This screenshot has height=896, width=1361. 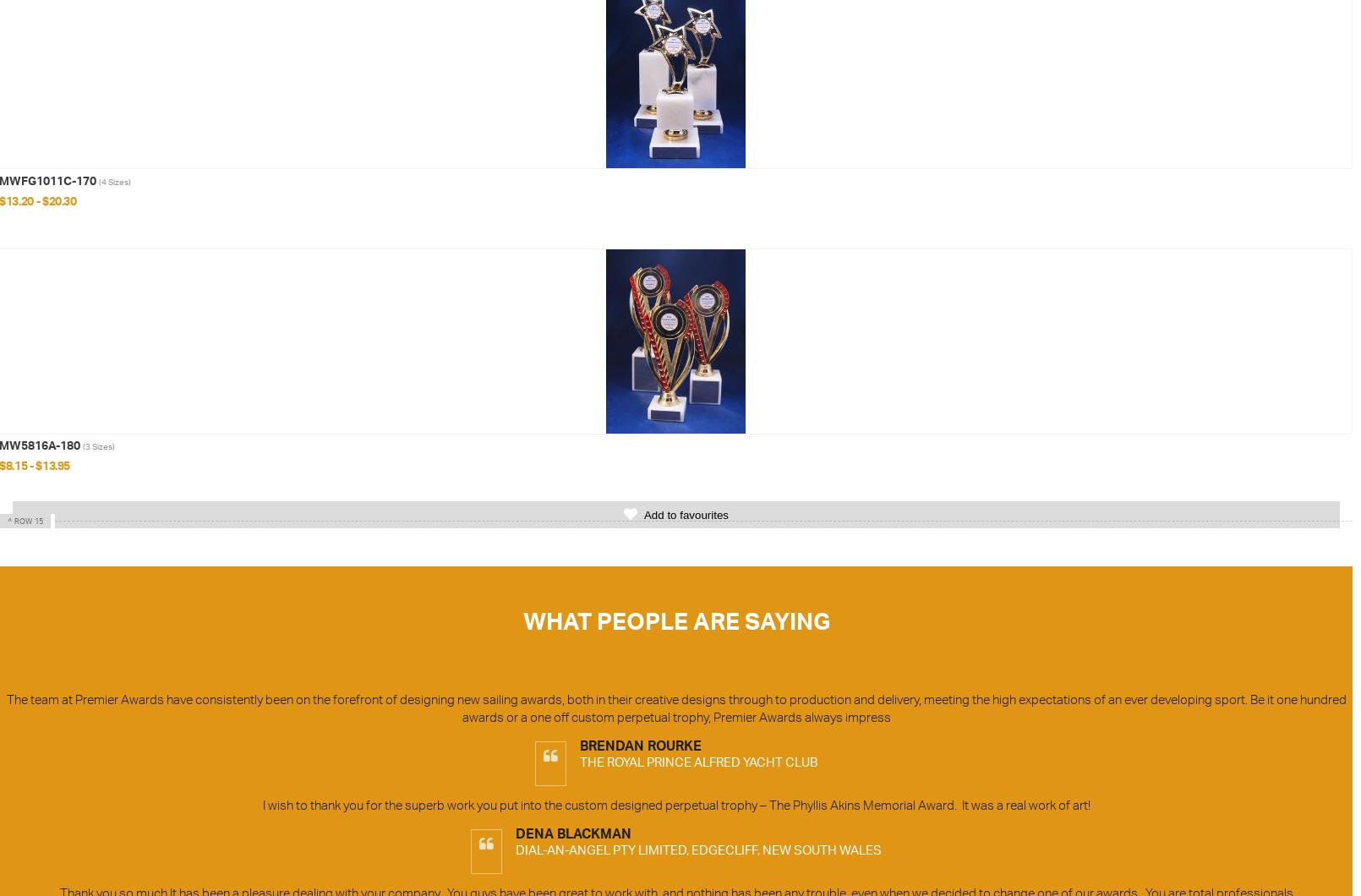 What do you see at coordinates (84, 445) in the screenshot?
I see `'3 Sizes'` at bounding box center [84, 445].